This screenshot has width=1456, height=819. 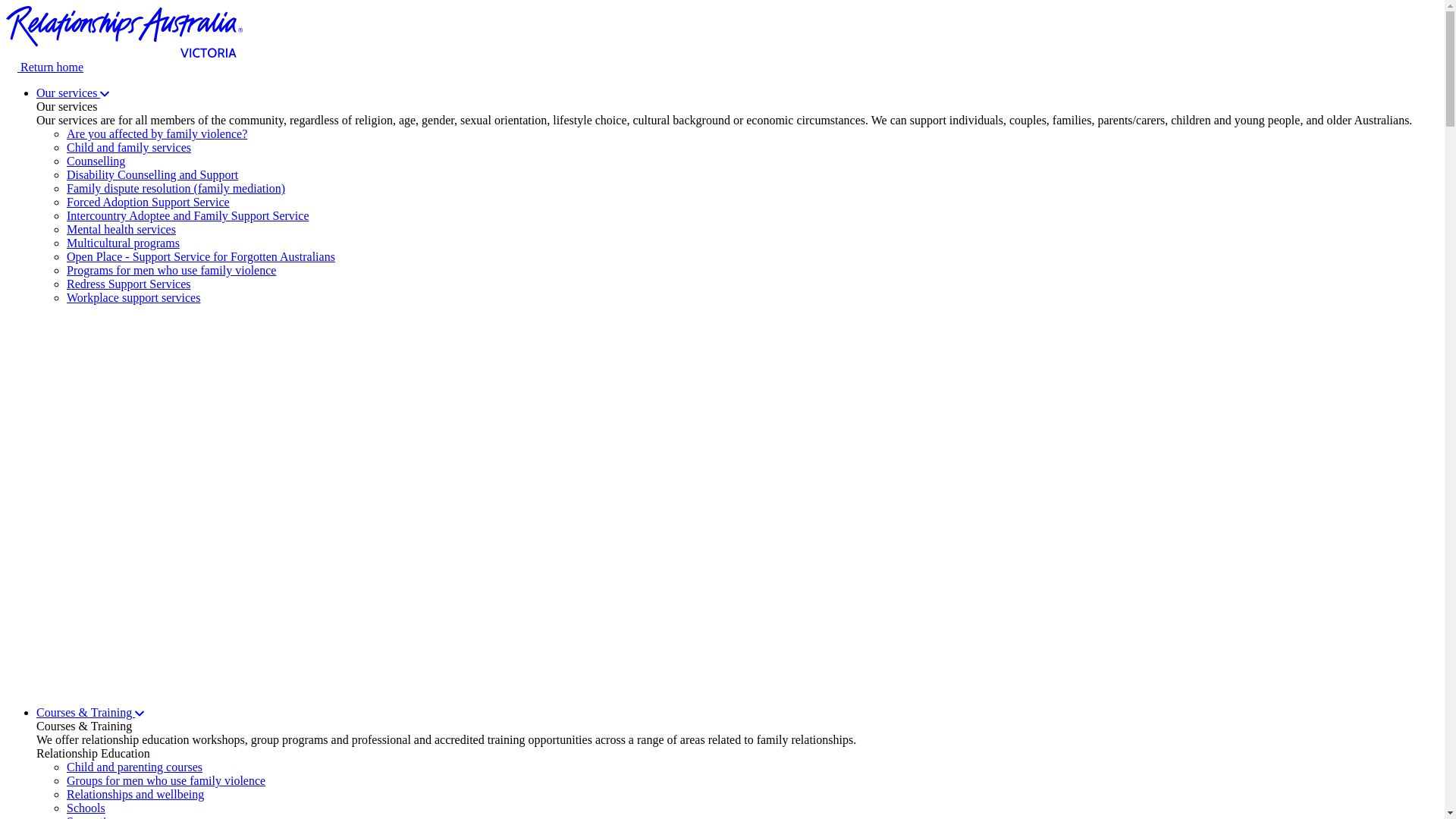 What do you see at coordinates (65, 297) in the screenshot?
I see `'Workplace support services'` at bounding box center [65, 297].